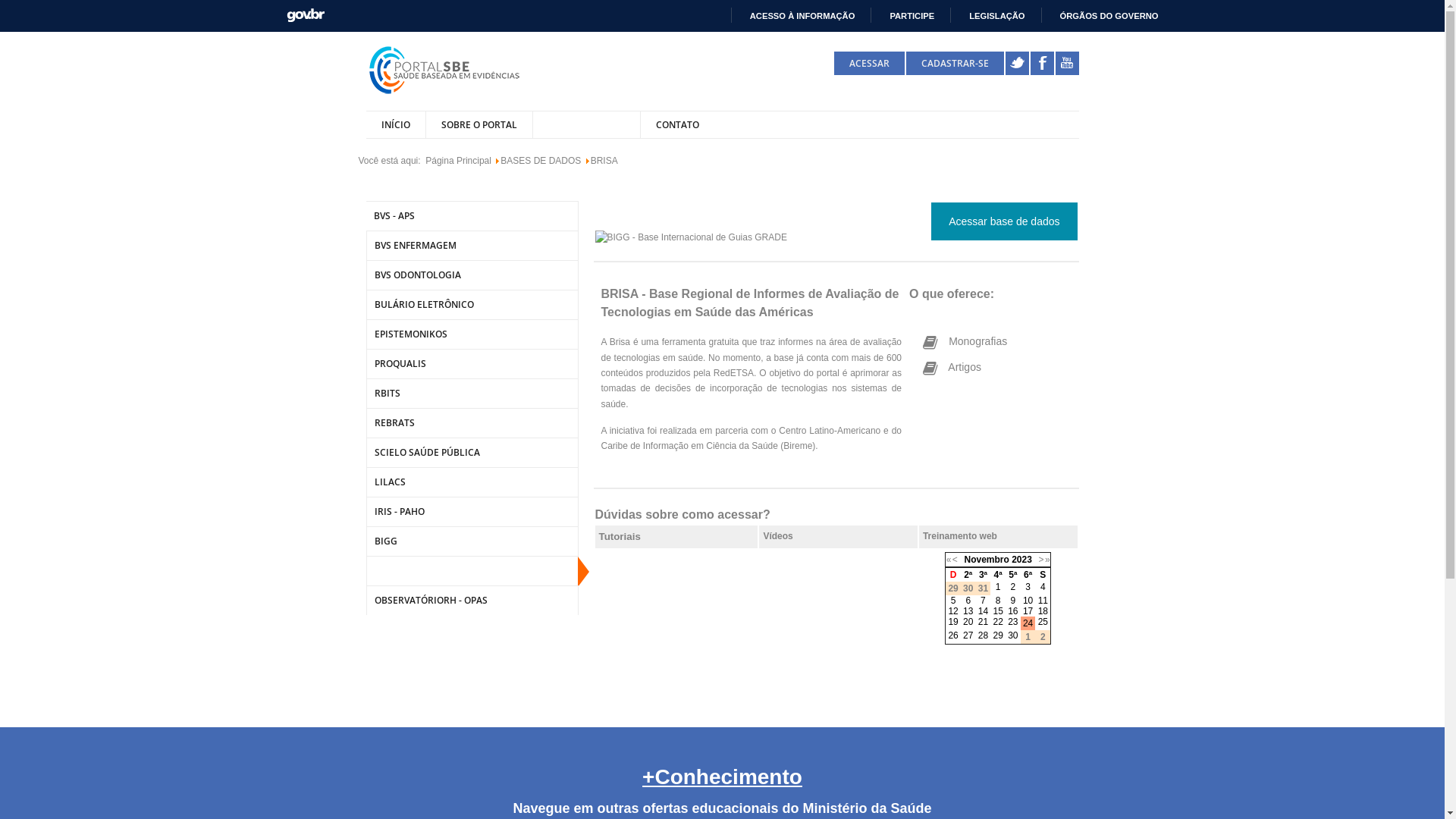 This screenshot has width=1456, height=819. I want to click on 'ACESSAR', so click(869, 62).